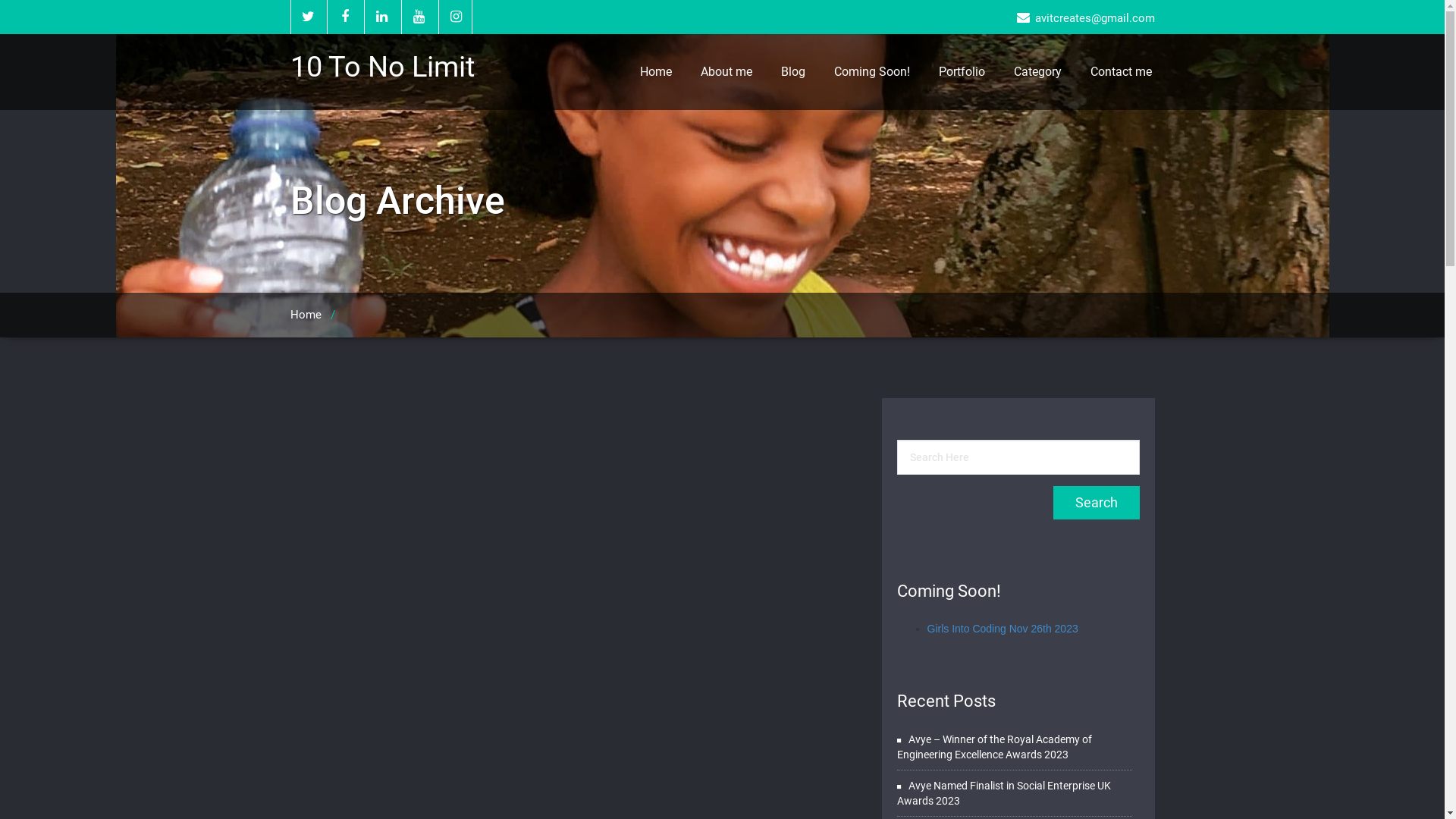 The width and height of the screenshot is (1456, 819). What do you see at coordinates (1003, 792) in the screenshot?
I see `'Avye Named Finalist in Social Enterprise UK Awards 2023'` at bounding box center [1003, 792].